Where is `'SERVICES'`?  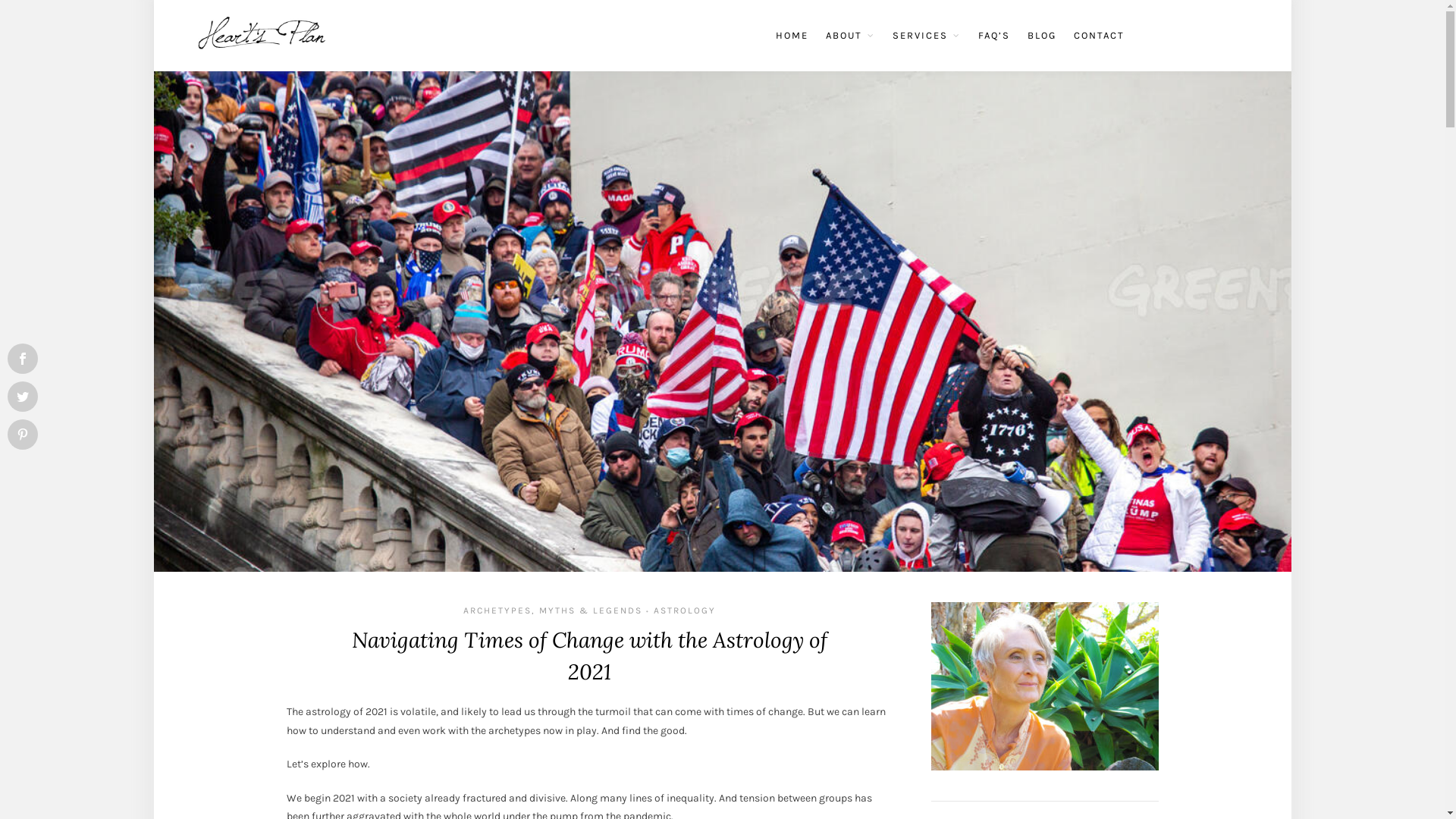 'SERVICES' is located at coordinates (924, 34).